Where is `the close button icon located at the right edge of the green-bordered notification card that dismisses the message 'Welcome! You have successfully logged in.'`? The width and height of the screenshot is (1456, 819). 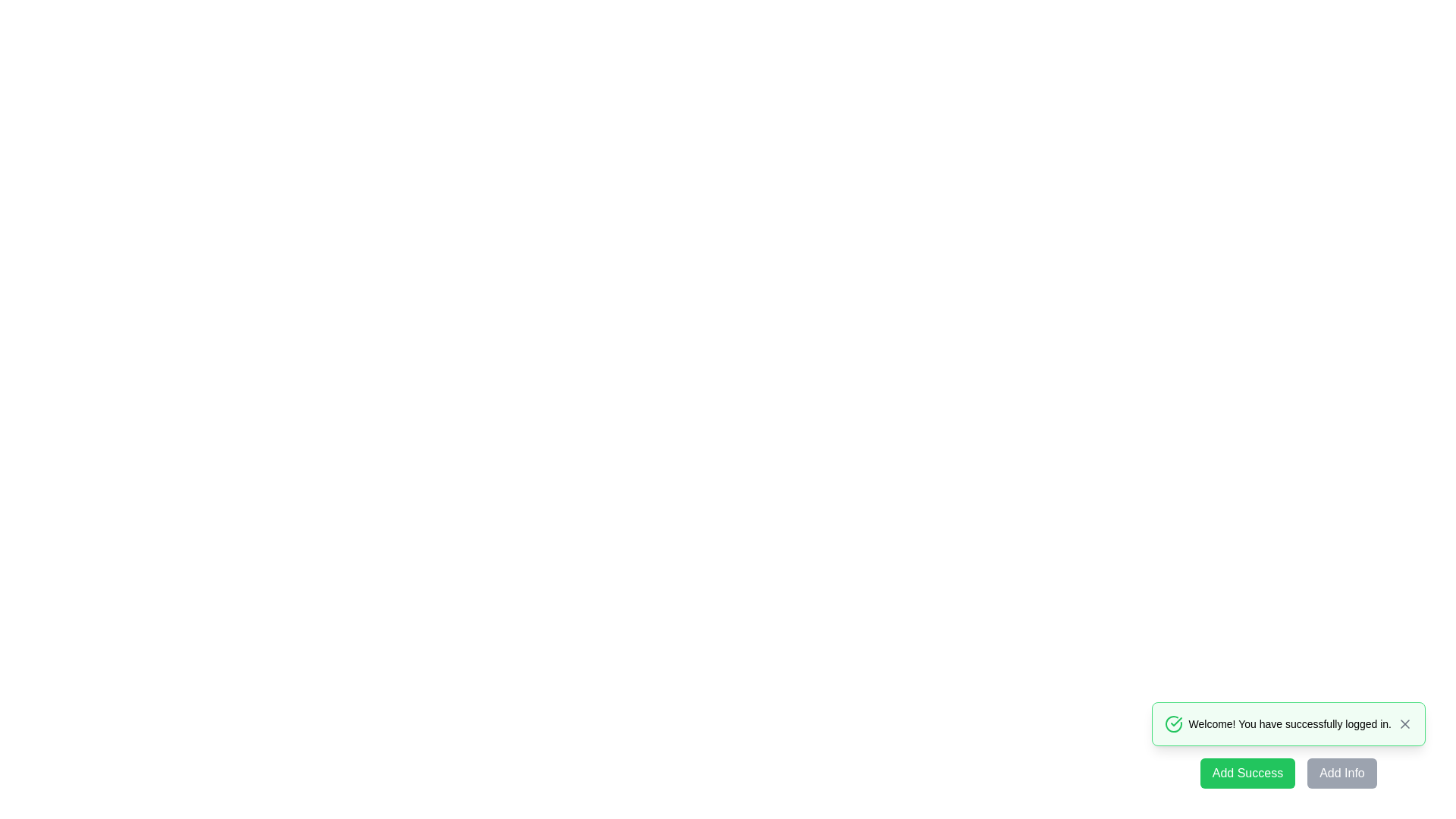
the close button icon located at the right edge of the green-bordered notification card that dismisses the message 'Welcome! You have successfully logged in.' is located at coordinates (1404, 723).